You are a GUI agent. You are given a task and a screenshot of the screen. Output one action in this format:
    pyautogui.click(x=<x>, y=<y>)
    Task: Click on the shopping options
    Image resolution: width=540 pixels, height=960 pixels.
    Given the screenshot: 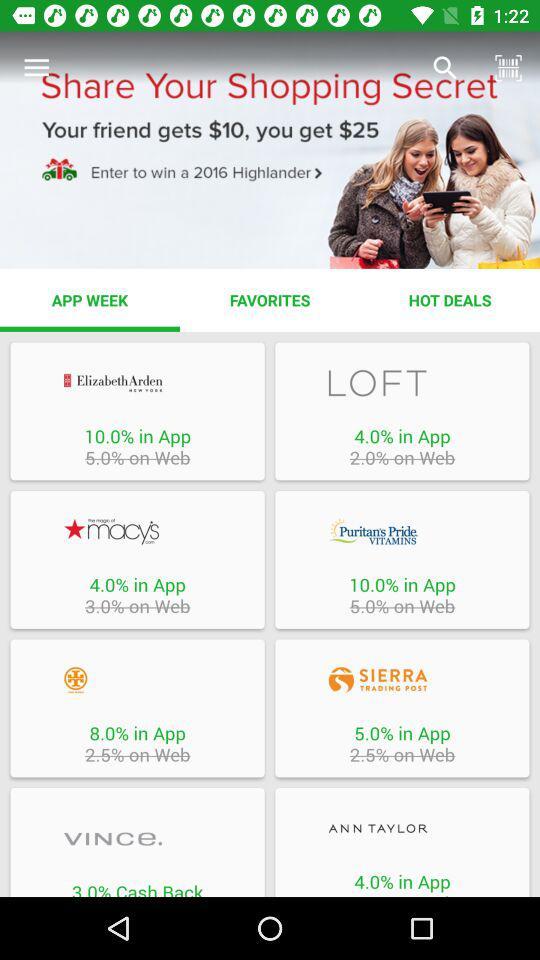 What is the action you would take?
    pyautogui.click(x=402, y=382)
    